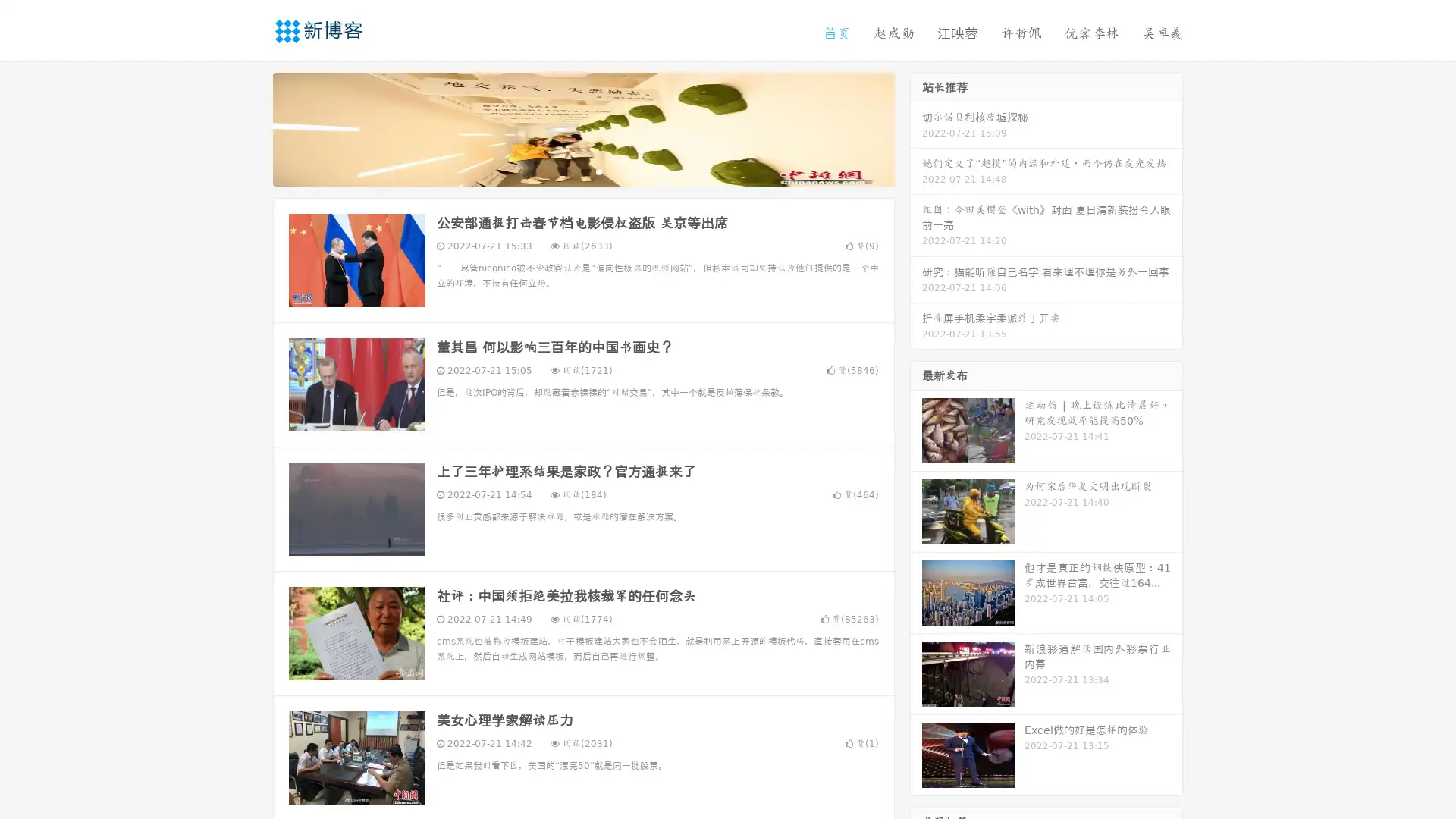 The width and height of the screenshot is (1456, 819). I want to click on Go to slide 2, so click(582, 171).